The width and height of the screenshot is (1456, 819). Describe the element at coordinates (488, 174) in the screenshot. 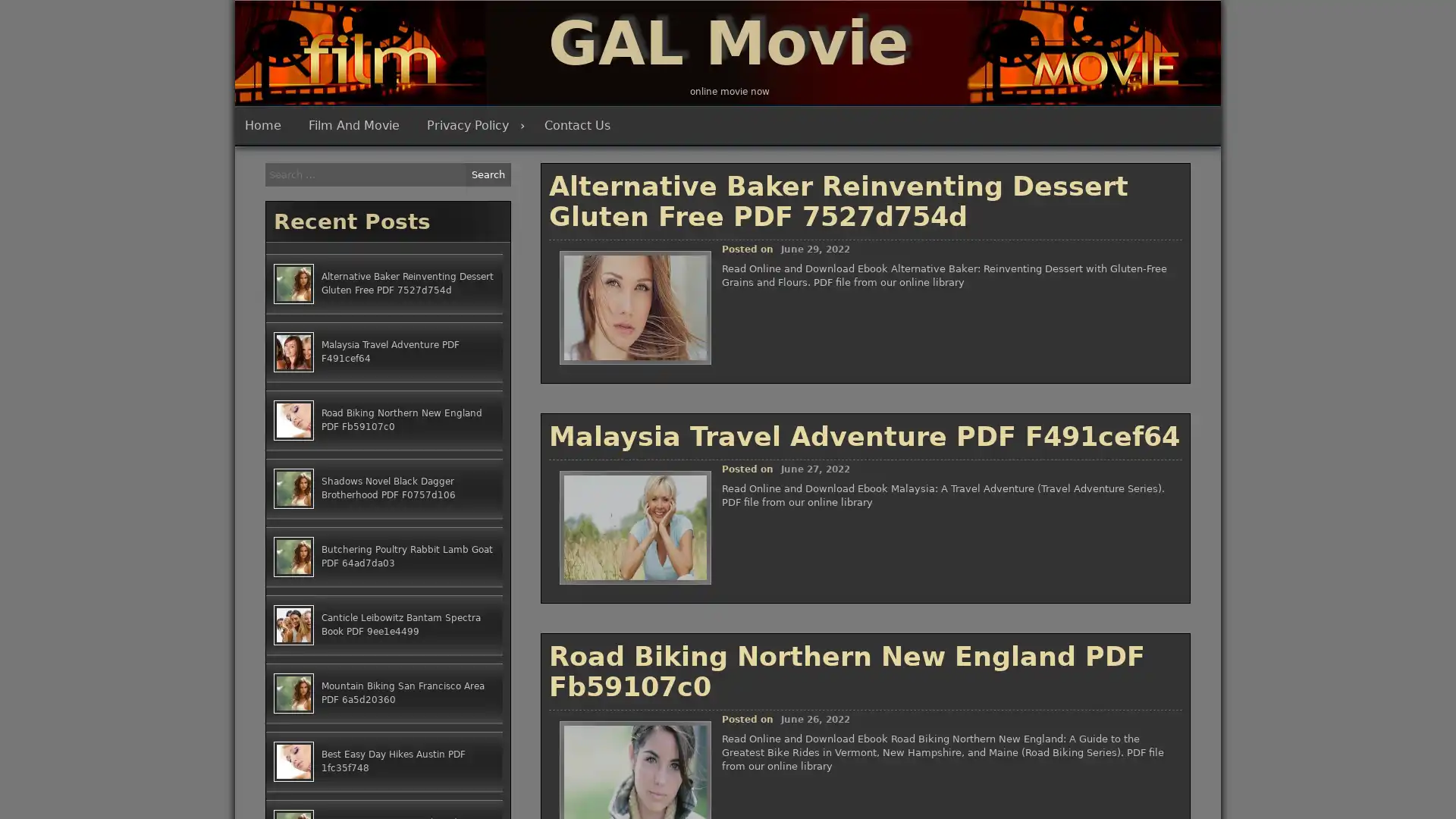

I see `Search` at that location.